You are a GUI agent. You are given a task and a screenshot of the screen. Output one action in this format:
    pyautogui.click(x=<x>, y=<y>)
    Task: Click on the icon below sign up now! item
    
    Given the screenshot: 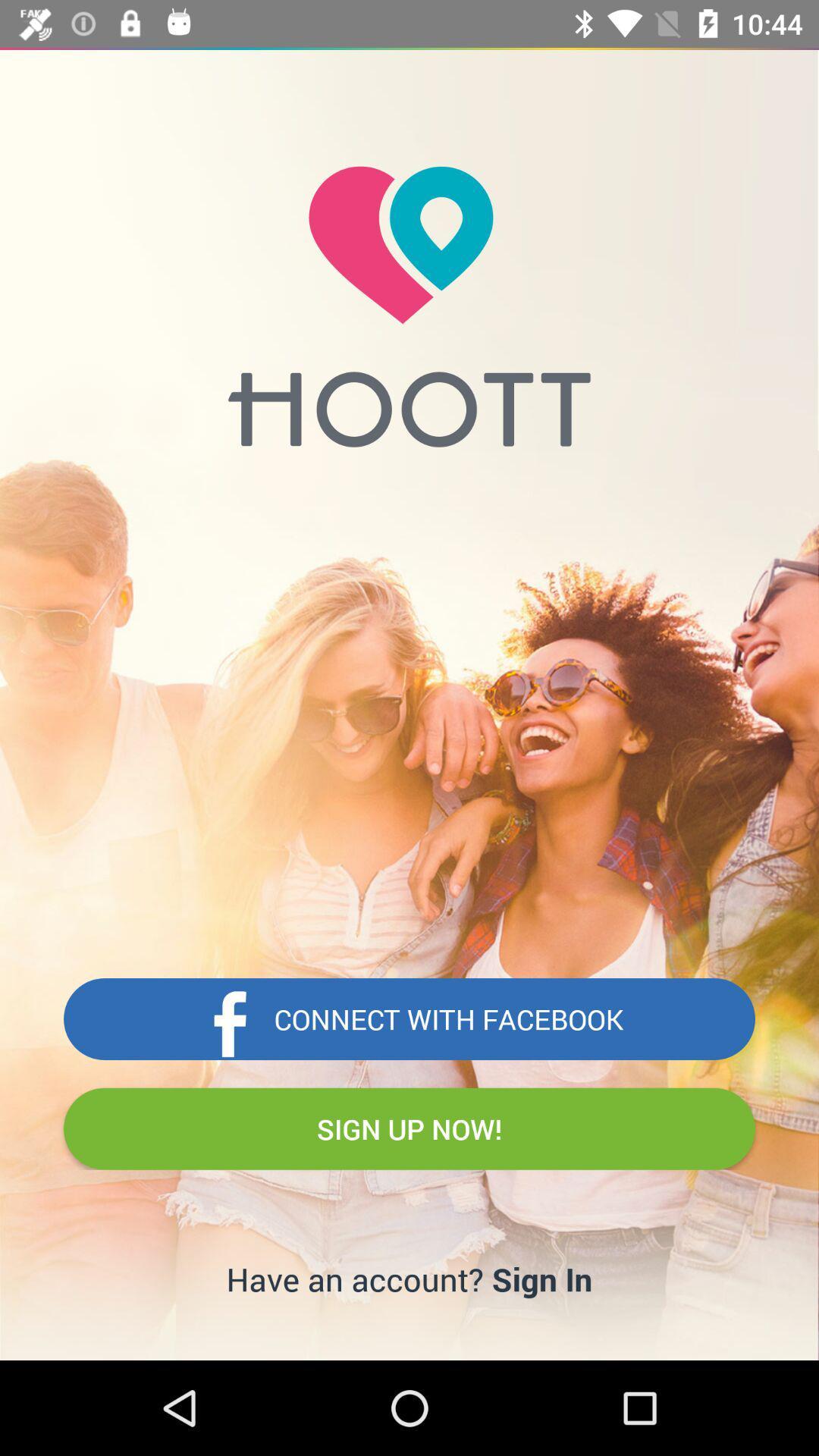 What is the action you would take?
    pyautogui.click(x=541, y=1278)
    